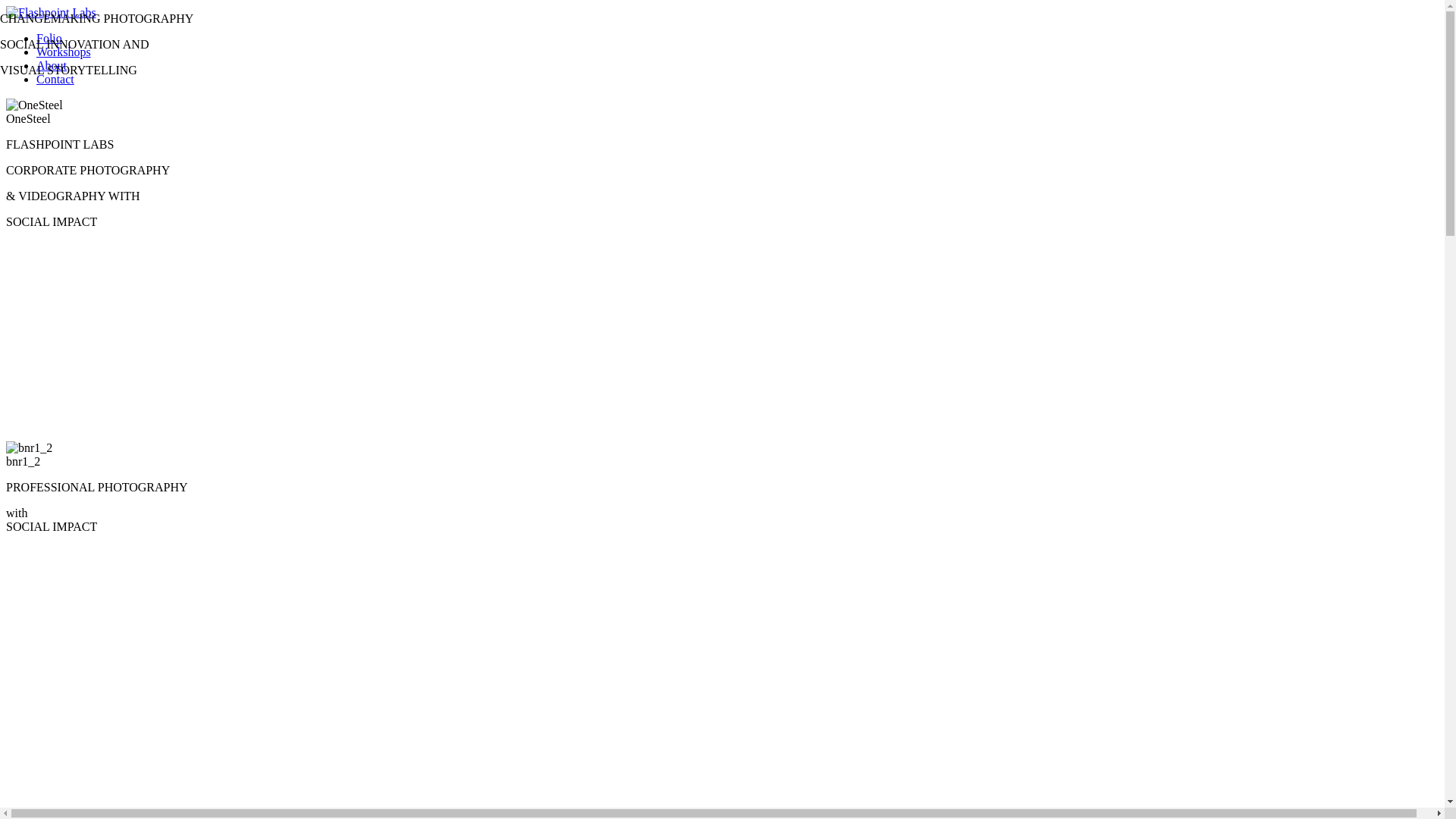 This screenshot has width=1456, height=819. Describe the element at coordinates (49, 37) in the screenshot. I see `'Folio'` at that location.